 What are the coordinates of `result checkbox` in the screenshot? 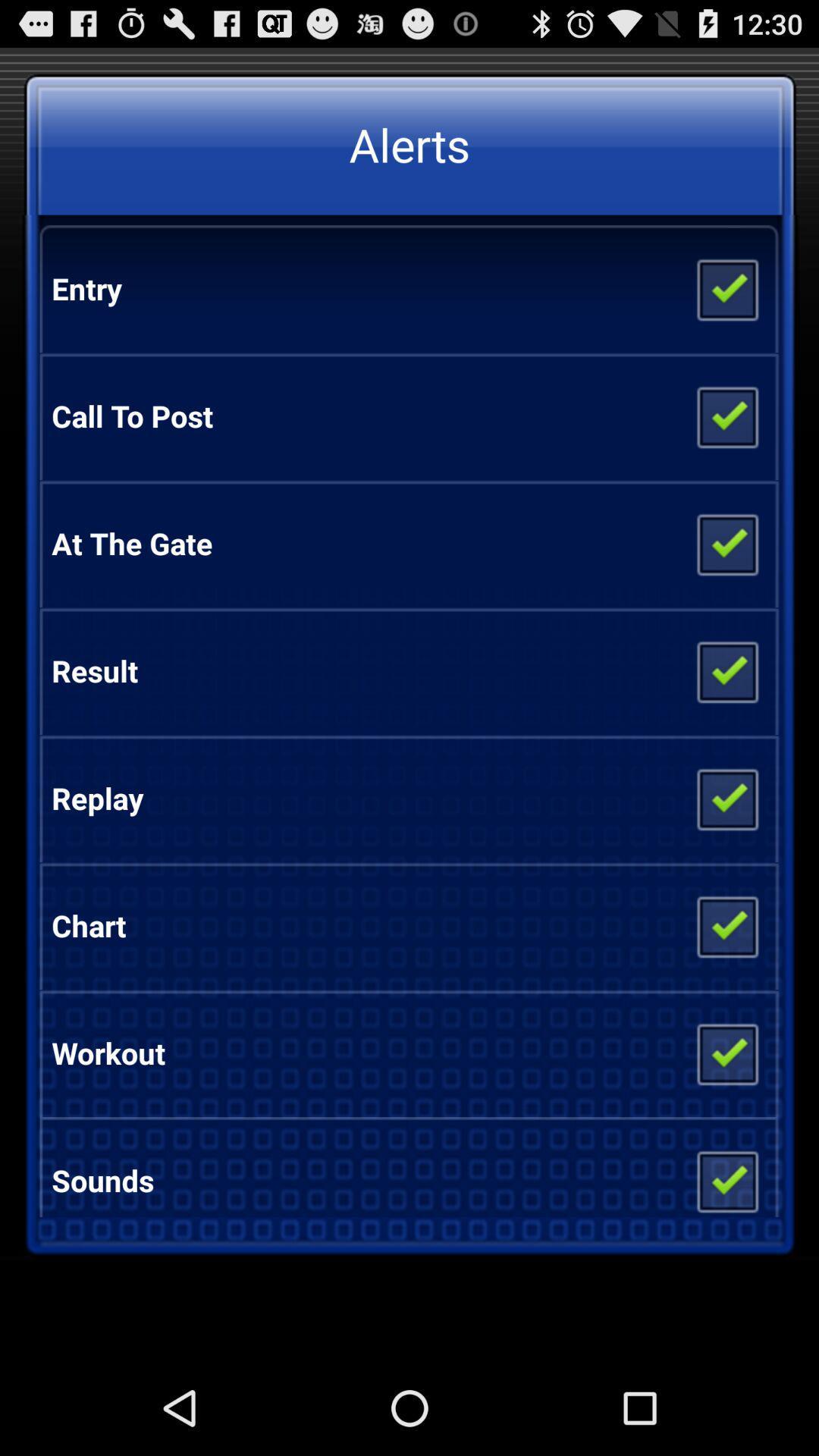 It's located at (726, 670).